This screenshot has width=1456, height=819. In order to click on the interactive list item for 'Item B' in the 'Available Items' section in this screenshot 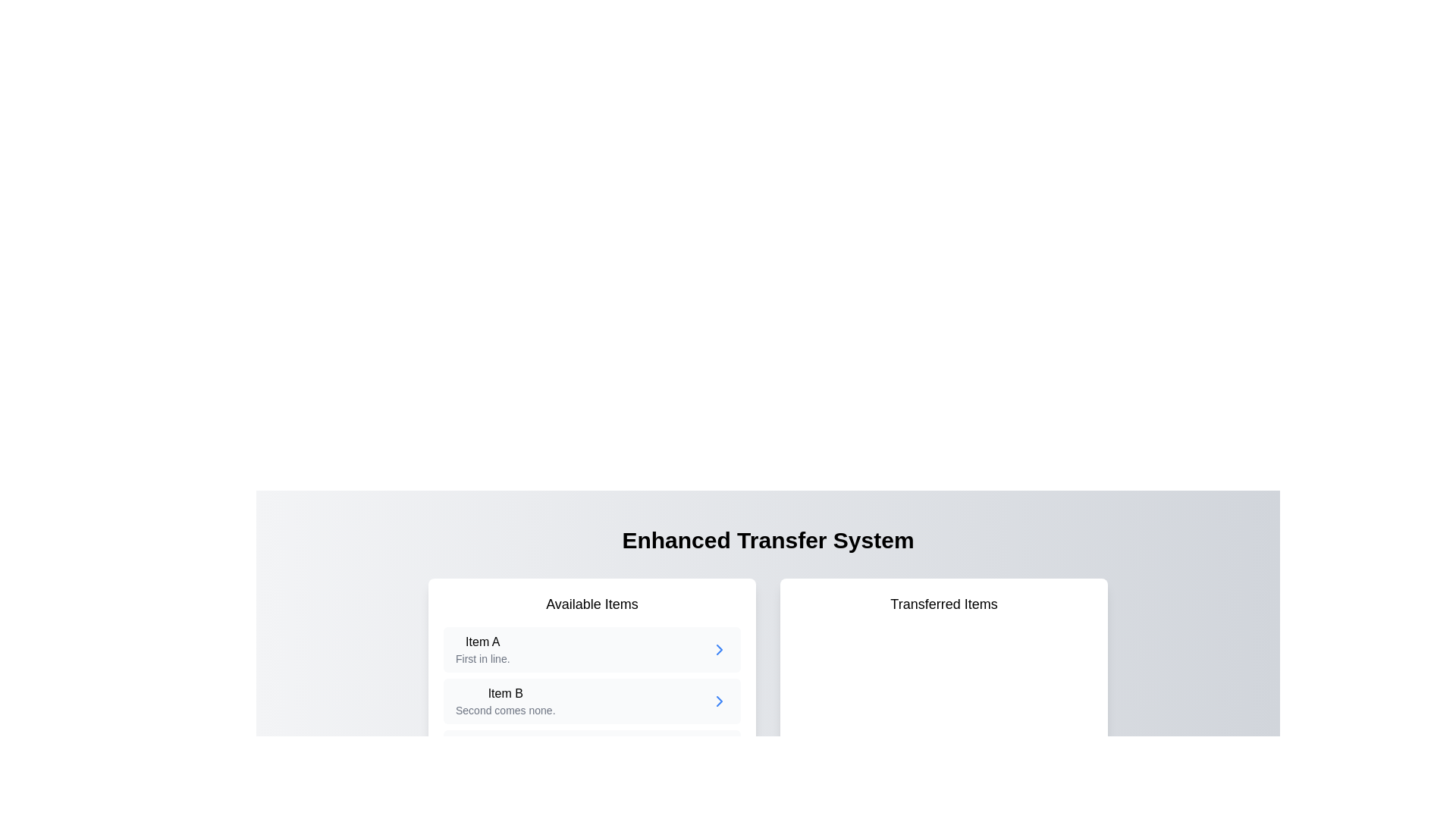, I will do `click(591, 701)`.